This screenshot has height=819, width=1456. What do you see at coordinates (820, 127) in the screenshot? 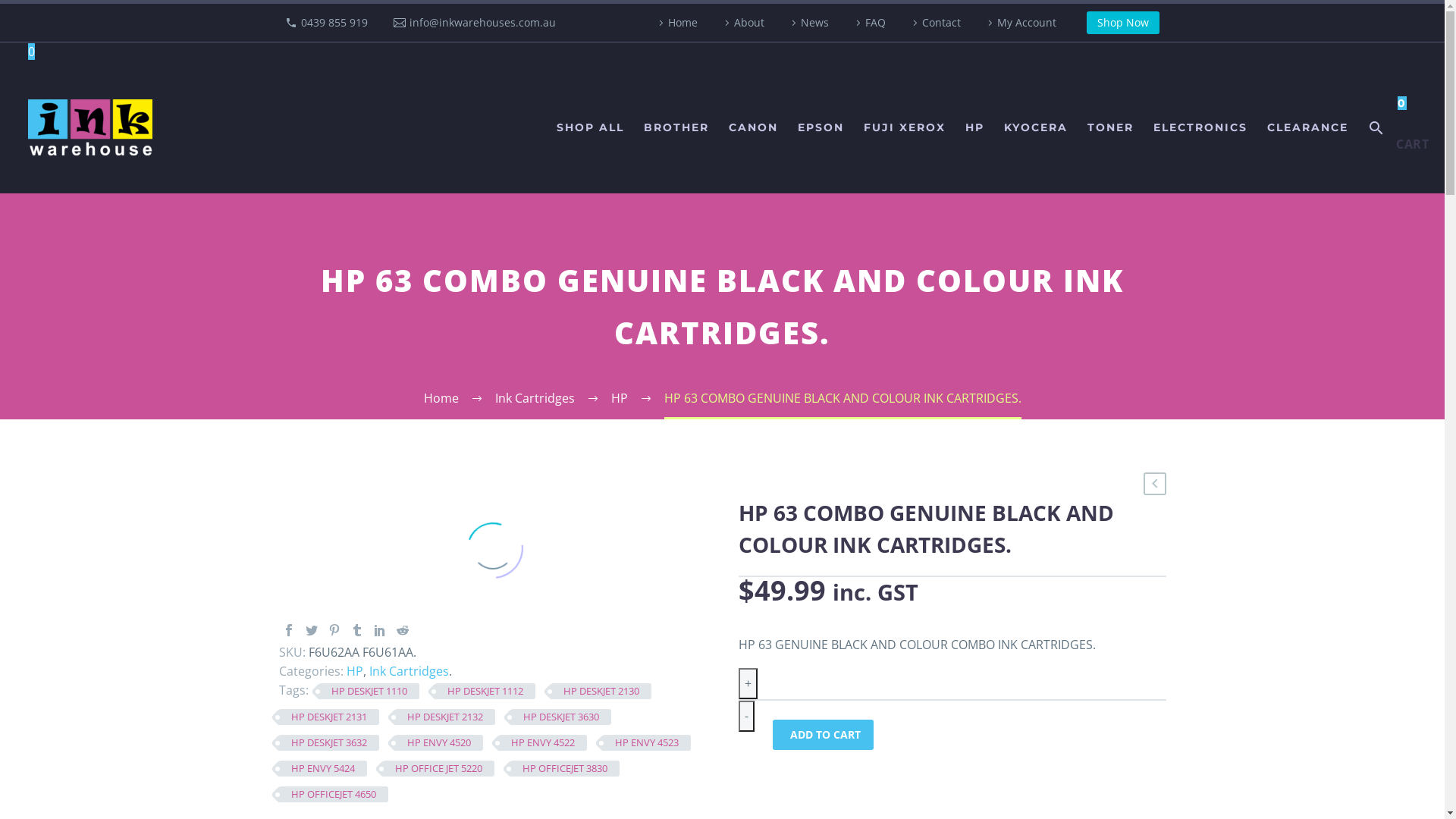
I see `'EPSON'` at bounding box center [820, 127].